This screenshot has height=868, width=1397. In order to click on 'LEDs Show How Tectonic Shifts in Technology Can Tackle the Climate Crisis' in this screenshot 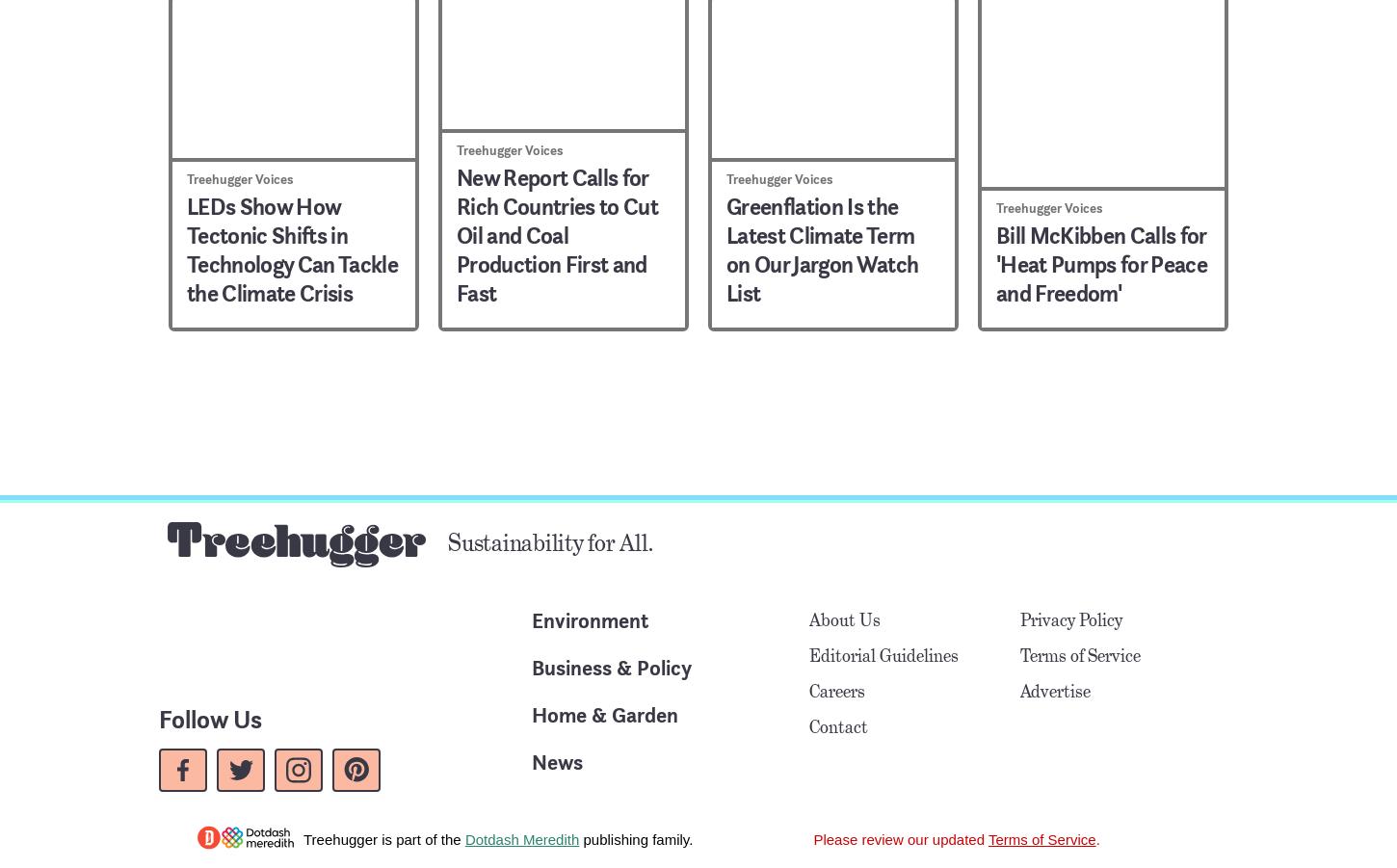, I will do `click(186, 249)`.